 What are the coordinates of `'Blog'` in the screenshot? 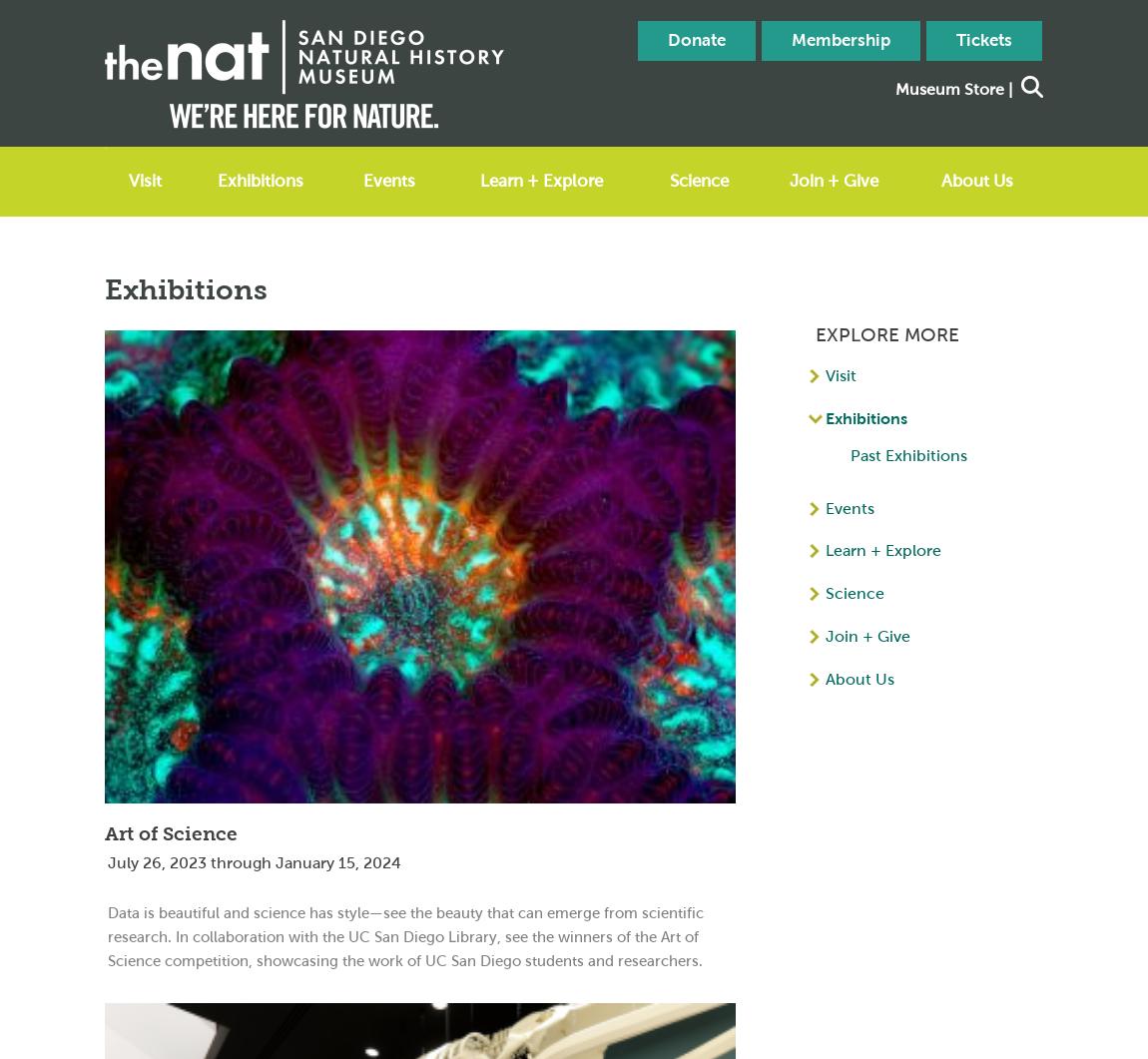 It's located at (941, 258).